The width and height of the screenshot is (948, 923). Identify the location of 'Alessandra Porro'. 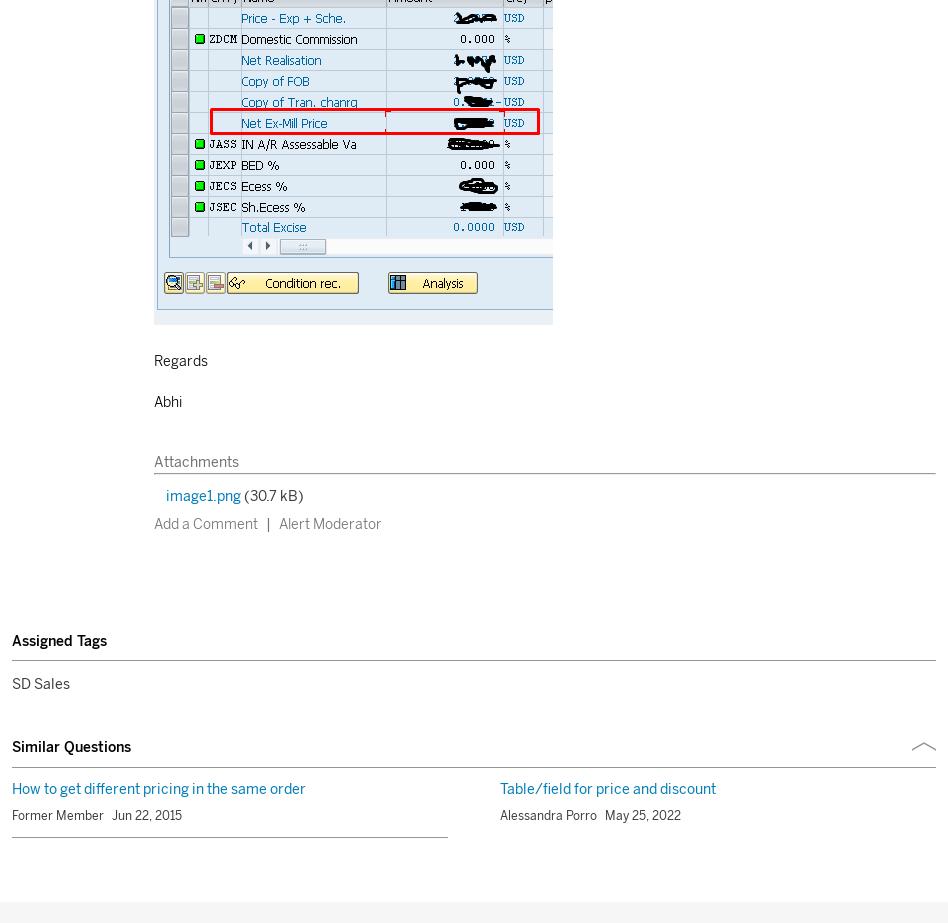
(548, 815).